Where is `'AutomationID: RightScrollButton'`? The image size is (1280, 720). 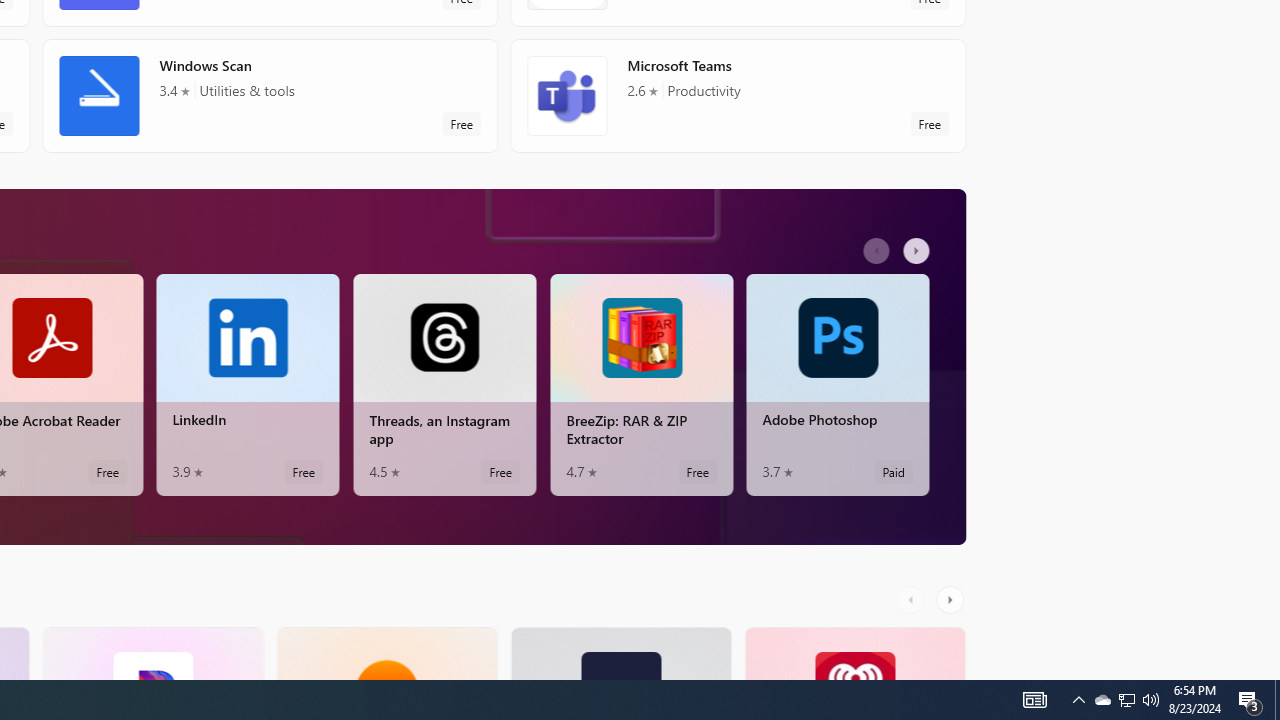
'AutomationID: RightScrollButton' is located at coordinates (951, 598).